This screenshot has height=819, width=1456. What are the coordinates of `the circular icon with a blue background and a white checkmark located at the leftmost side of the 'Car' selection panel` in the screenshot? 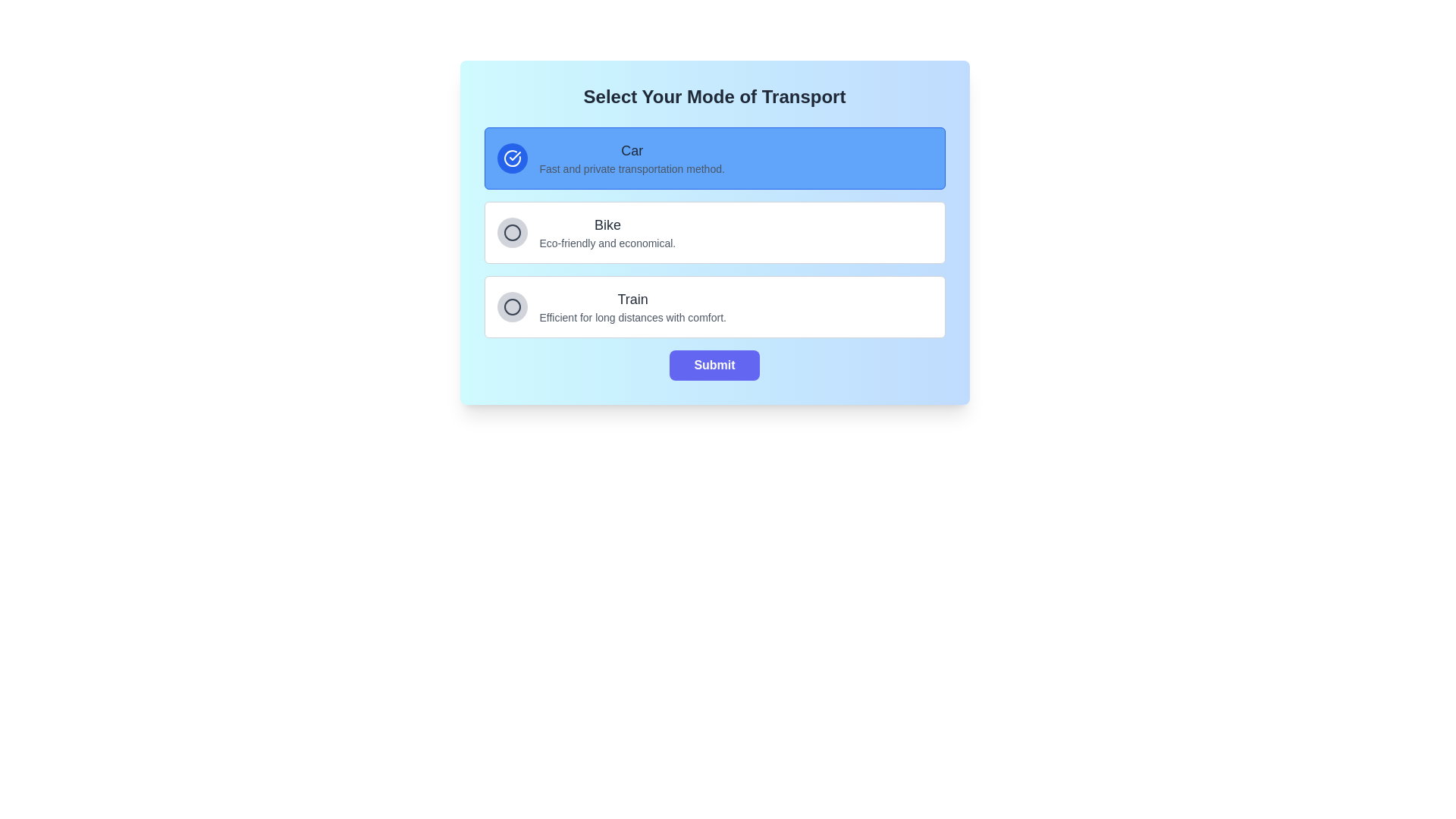 It's located at (512, 158).